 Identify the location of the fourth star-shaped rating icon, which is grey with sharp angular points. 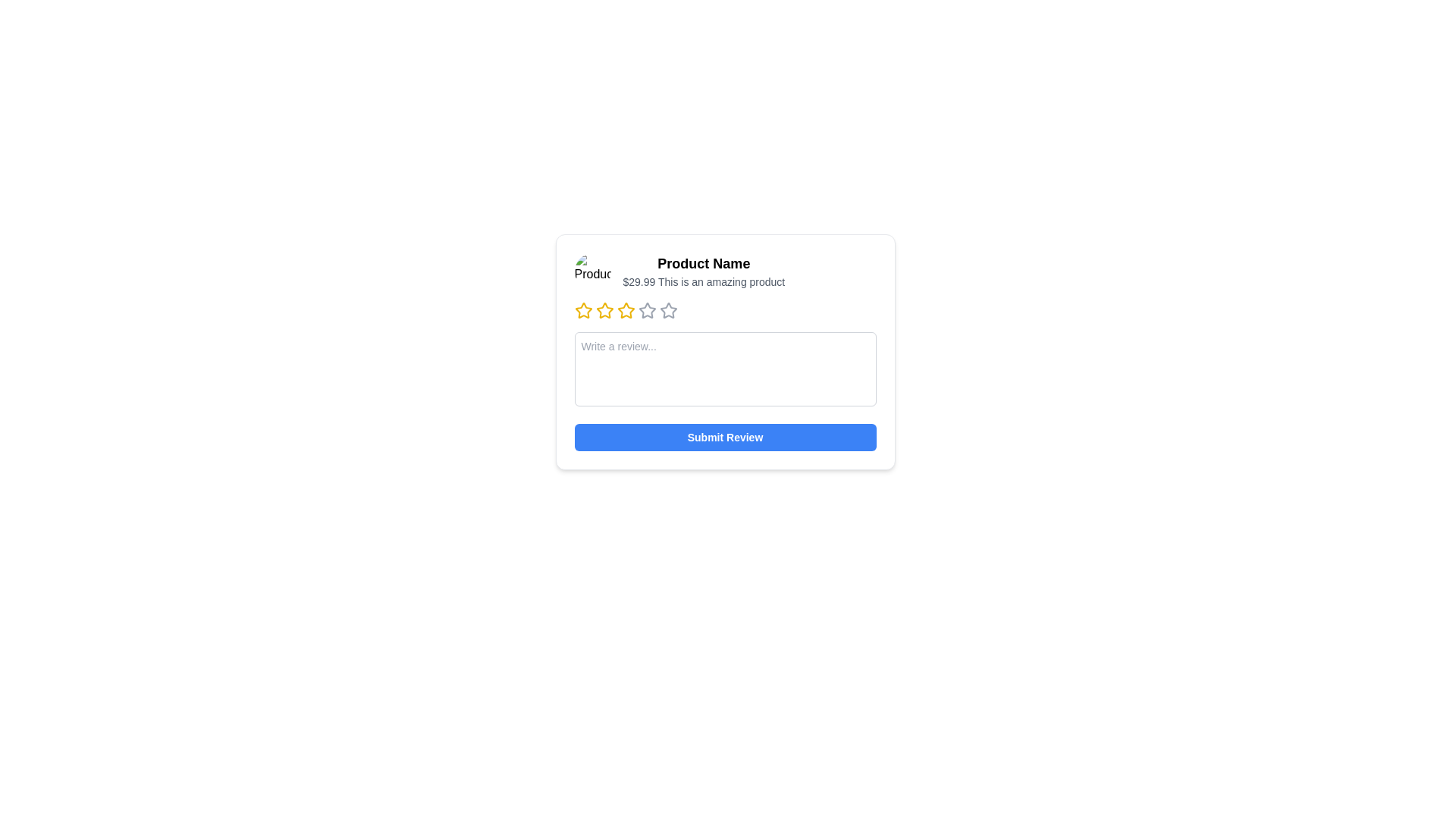
(667, 309).